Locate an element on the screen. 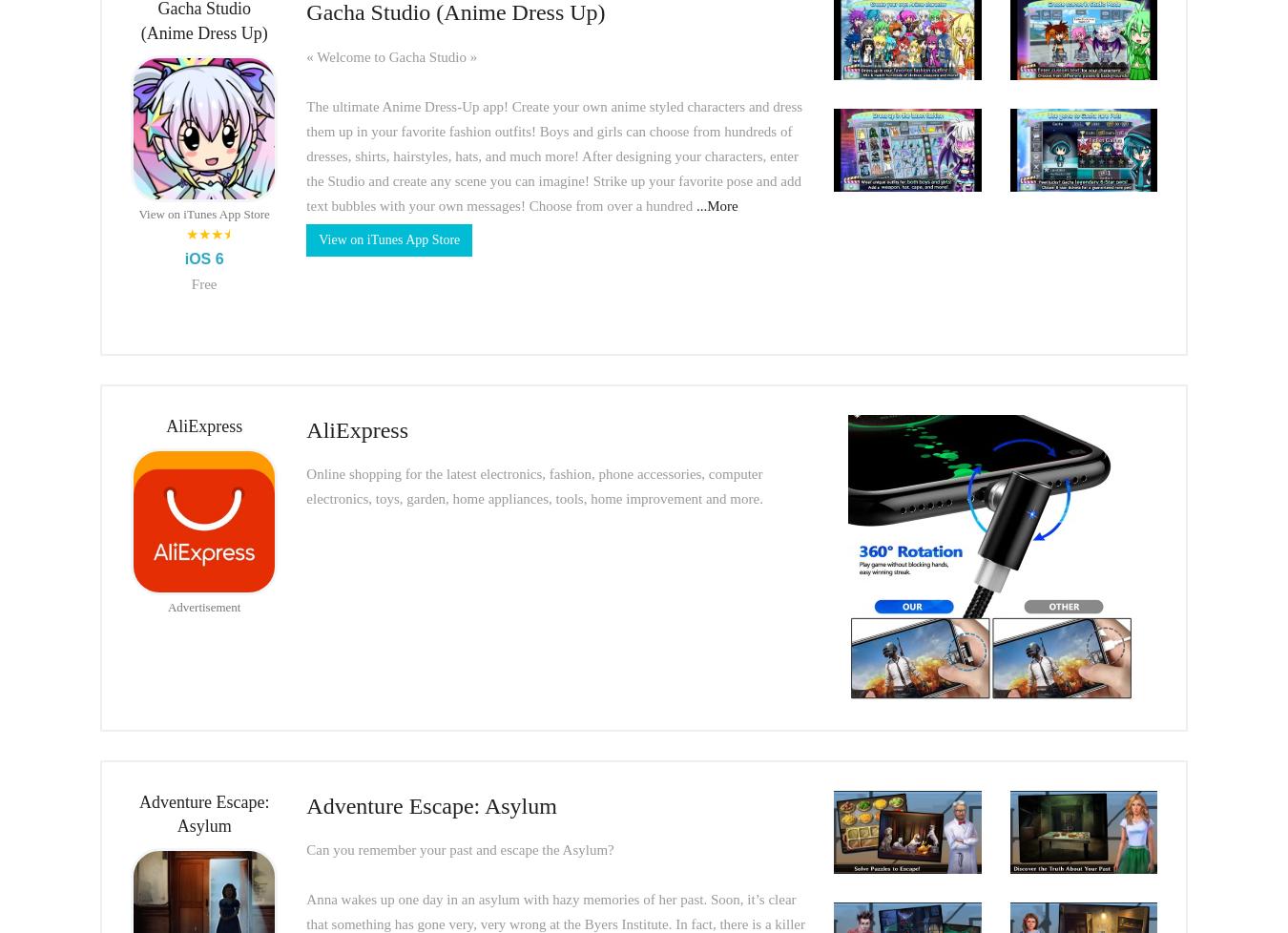 This screenshot has height=933, width=1288. '...More' is located at coordinates (716, 204).